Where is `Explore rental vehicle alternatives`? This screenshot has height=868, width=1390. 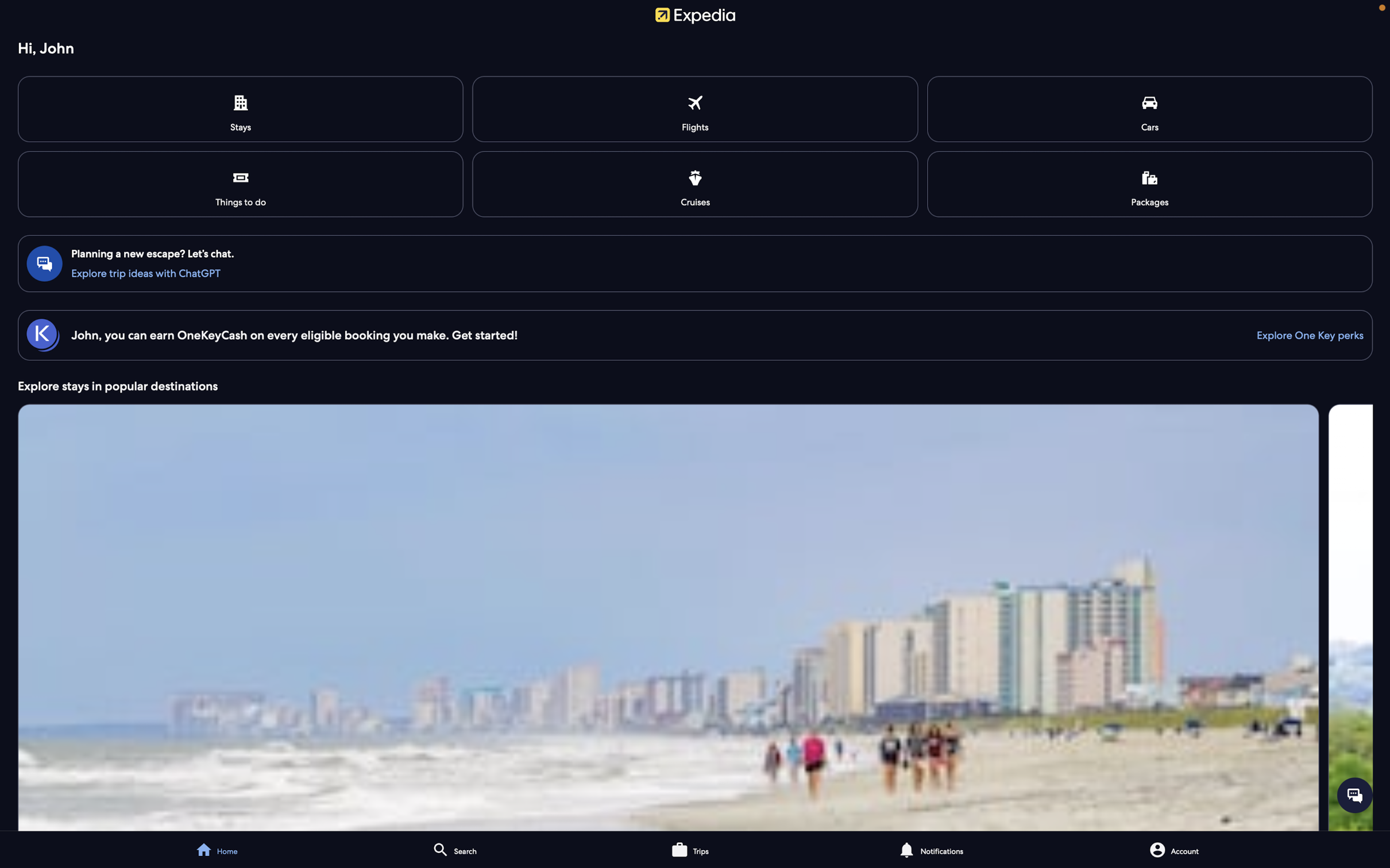
Explore rental vehicle alternatives is located at coordinates (1150, 109).